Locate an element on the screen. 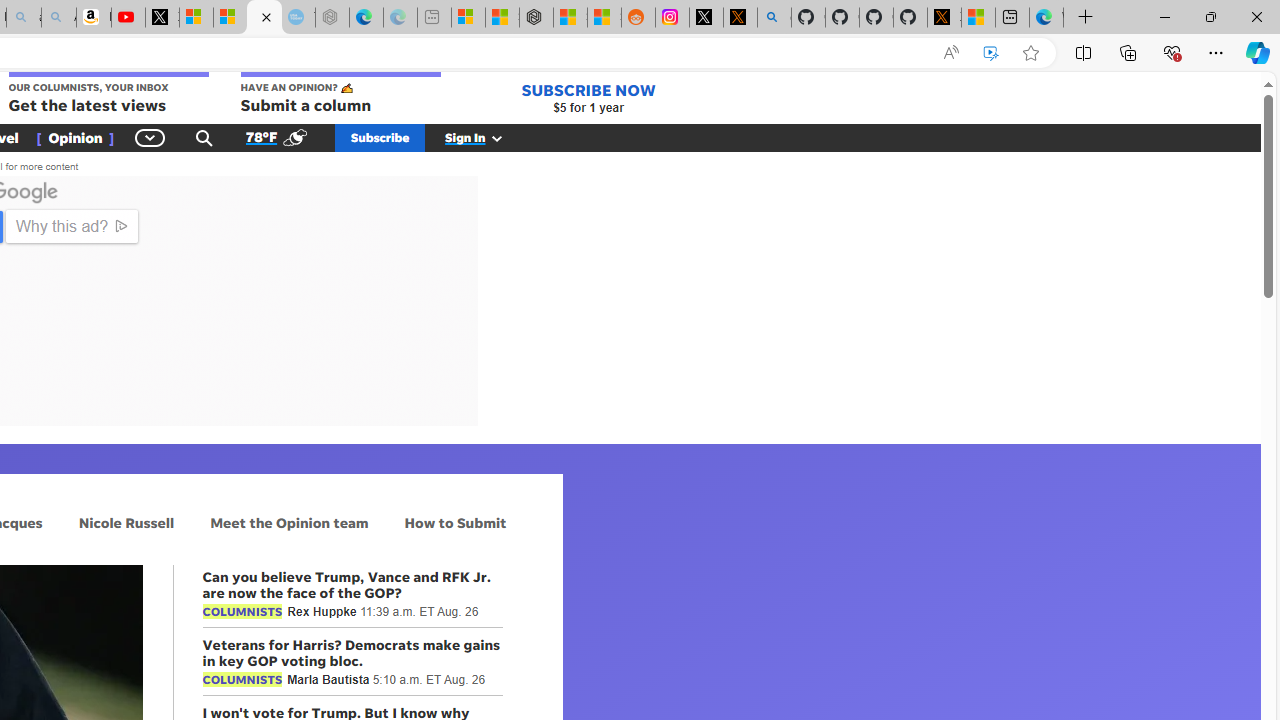 This screenshot has width=1280, height=720. 'Enhance video' is located at coordinates (991, 52).